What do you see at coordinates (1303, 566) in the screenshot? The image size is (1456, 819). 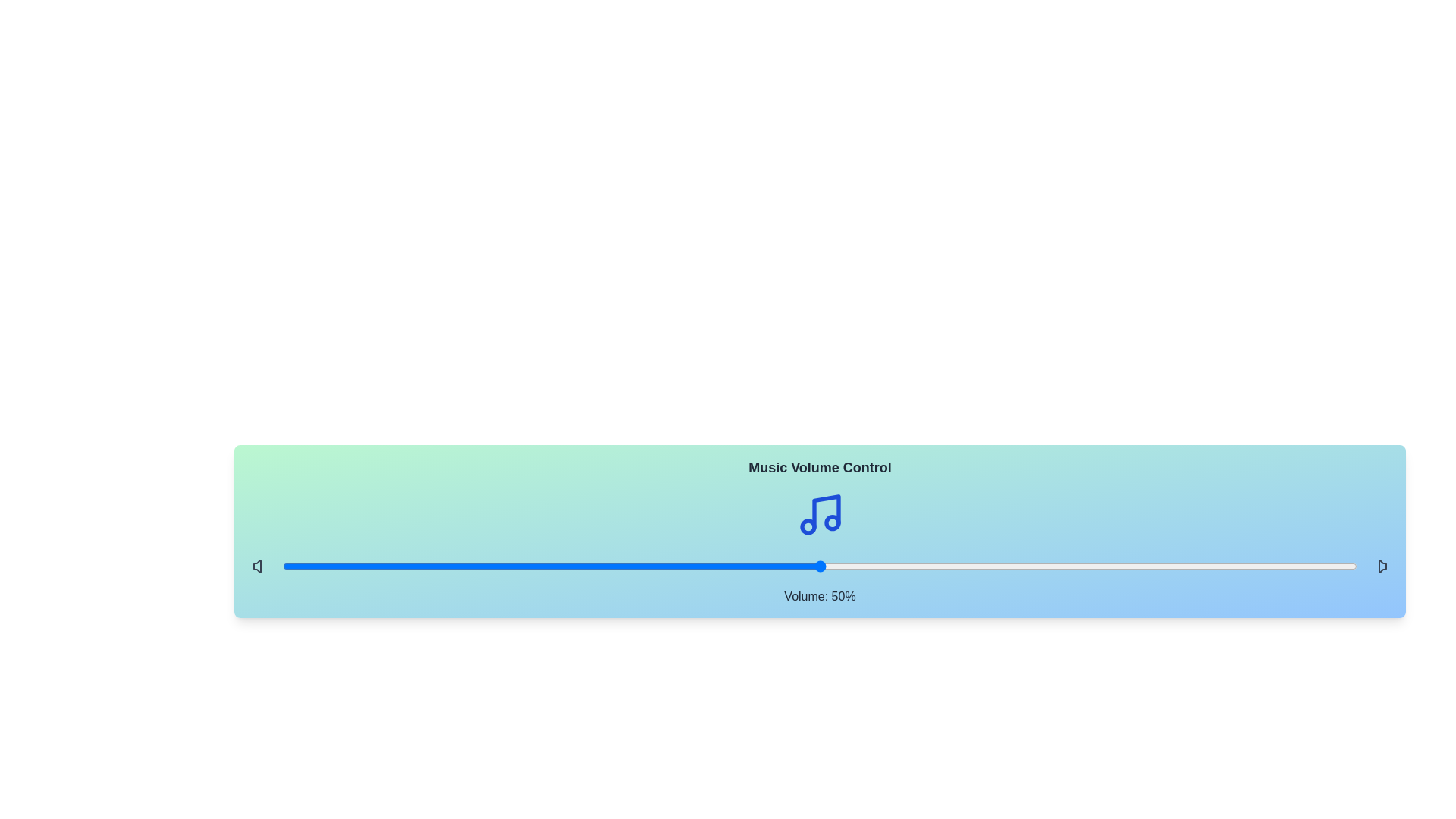 I see `the volume slider to 95%` at bounding box center [1303, 566].